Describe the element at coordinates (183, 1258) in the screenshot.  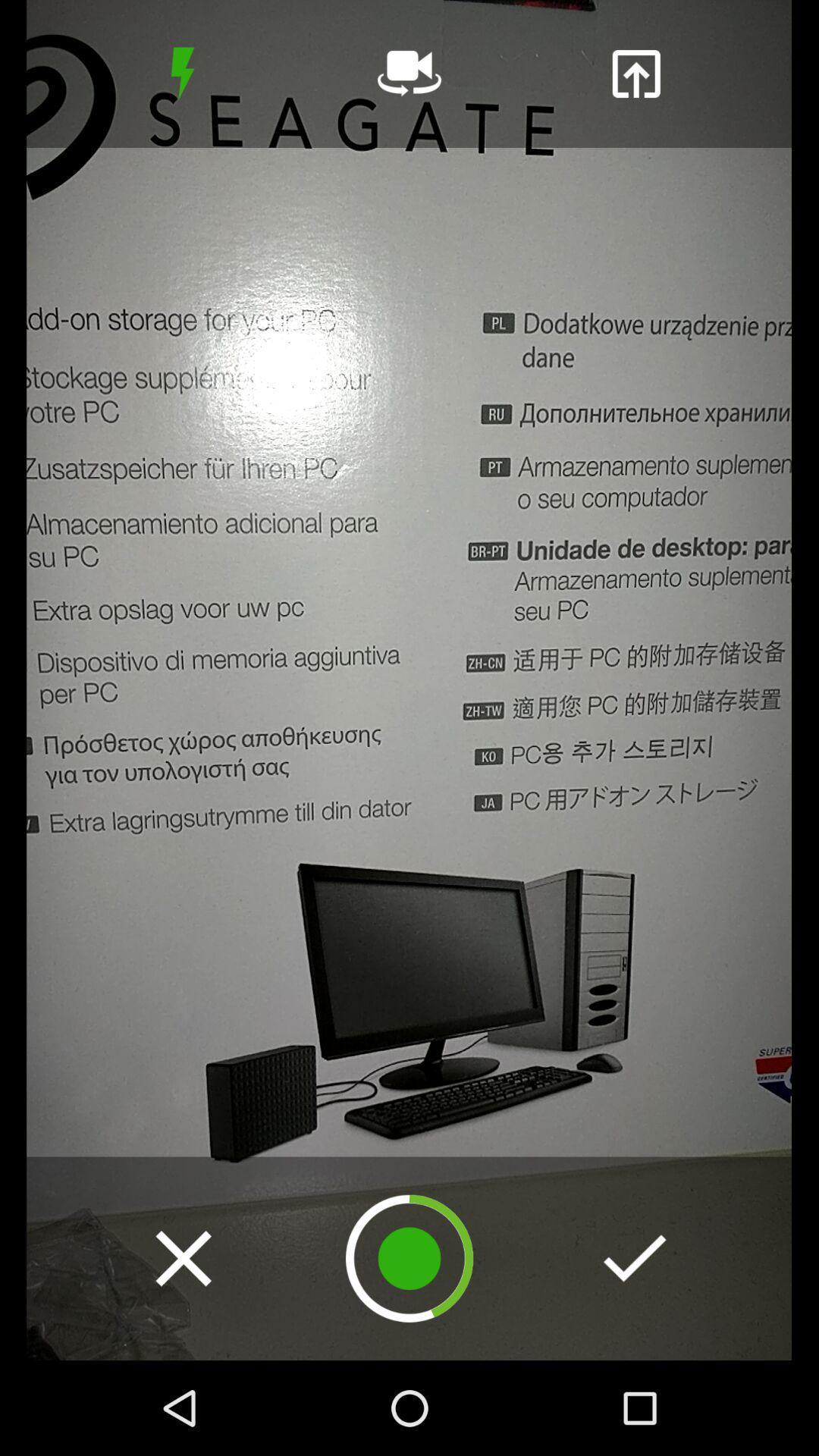
I see `cancel recording` at that location.